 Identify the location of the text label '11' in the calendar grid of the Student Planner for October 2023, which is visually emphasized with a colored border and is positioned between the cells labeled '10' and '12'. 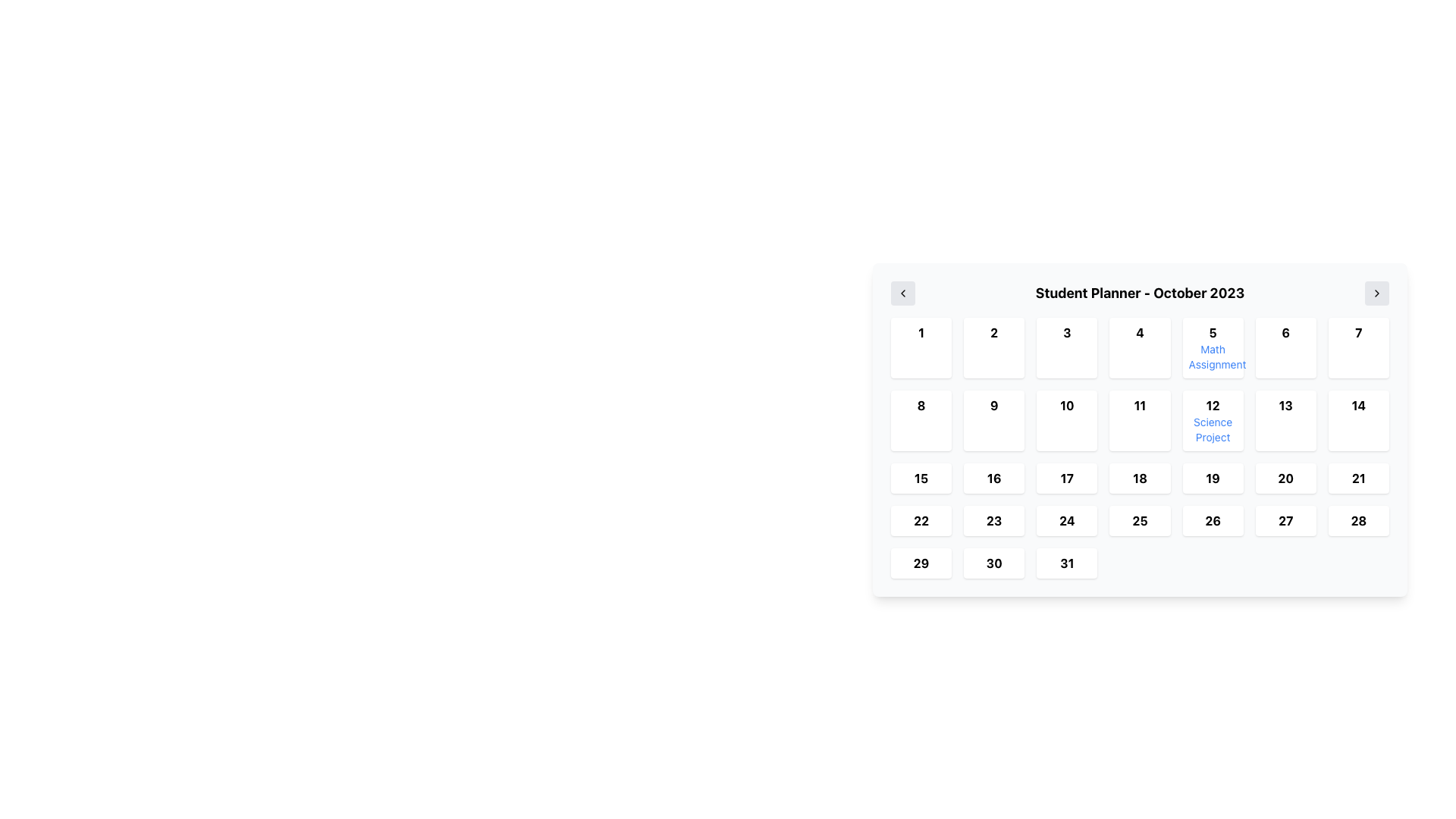
(1140, 405).